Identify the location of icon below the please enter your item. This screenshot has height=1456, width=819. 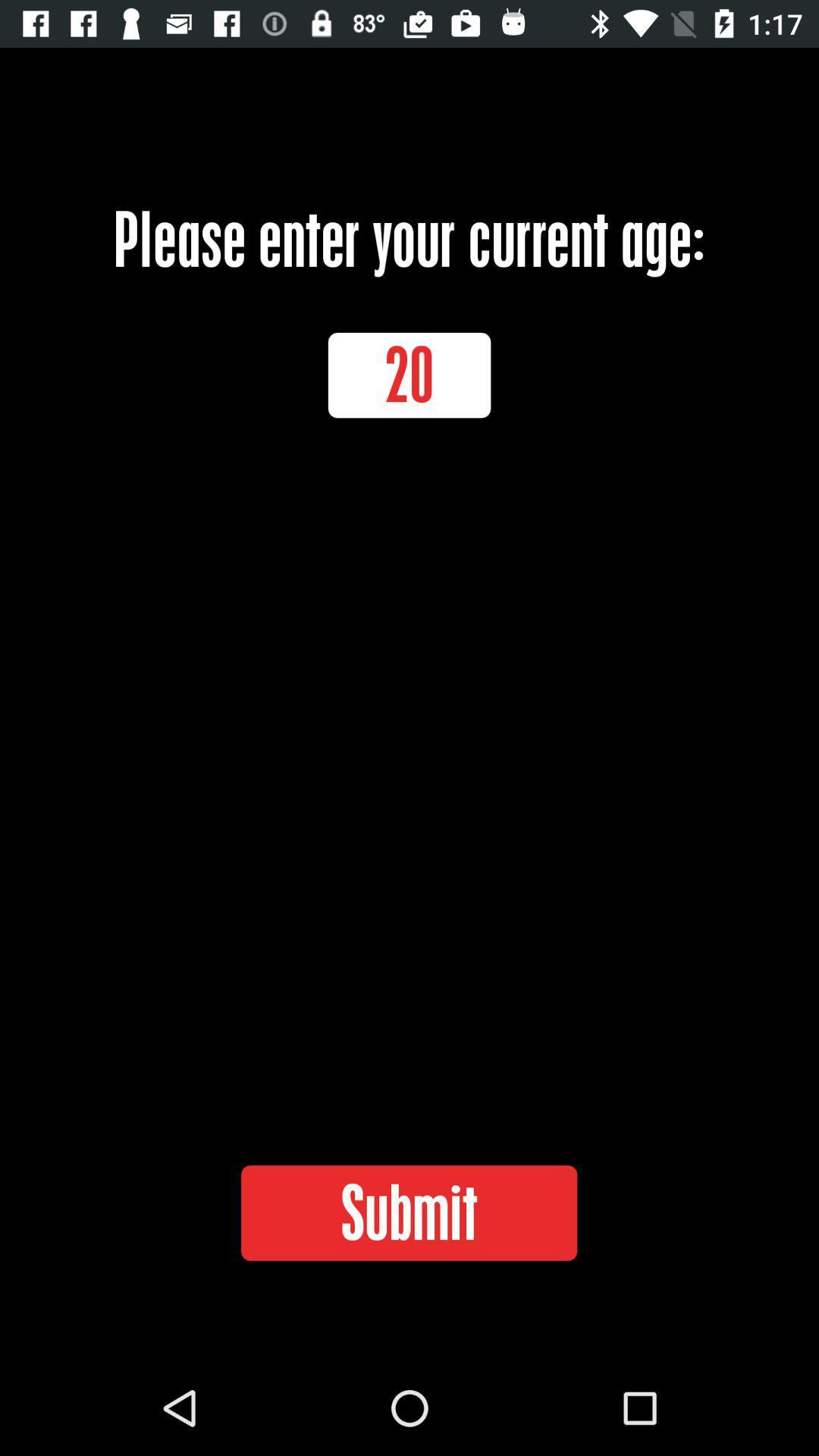
(409, 375).